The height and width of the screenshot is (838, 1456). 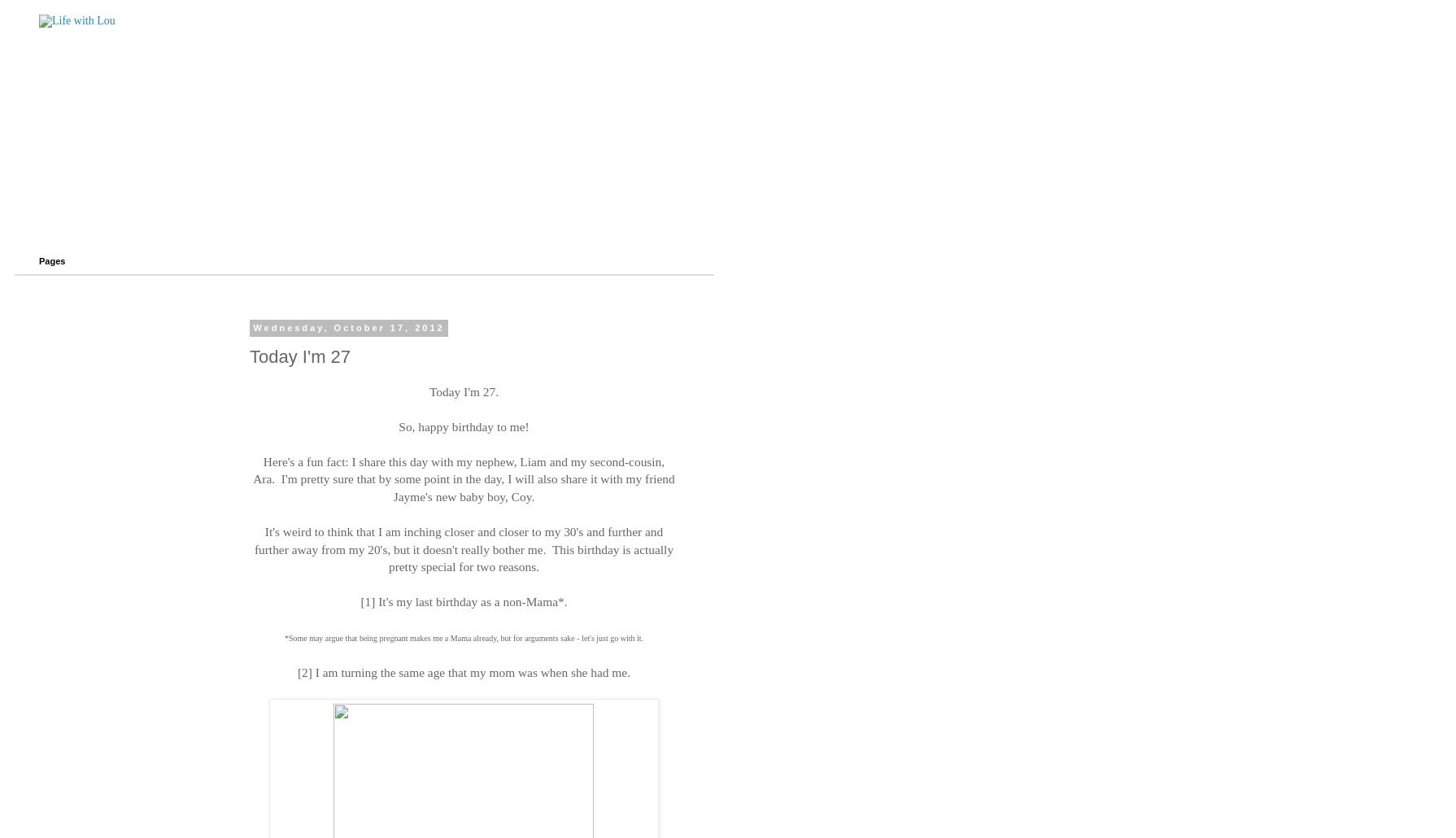 I want to click on 'Today I'm 27', so click(x=299, y=355).